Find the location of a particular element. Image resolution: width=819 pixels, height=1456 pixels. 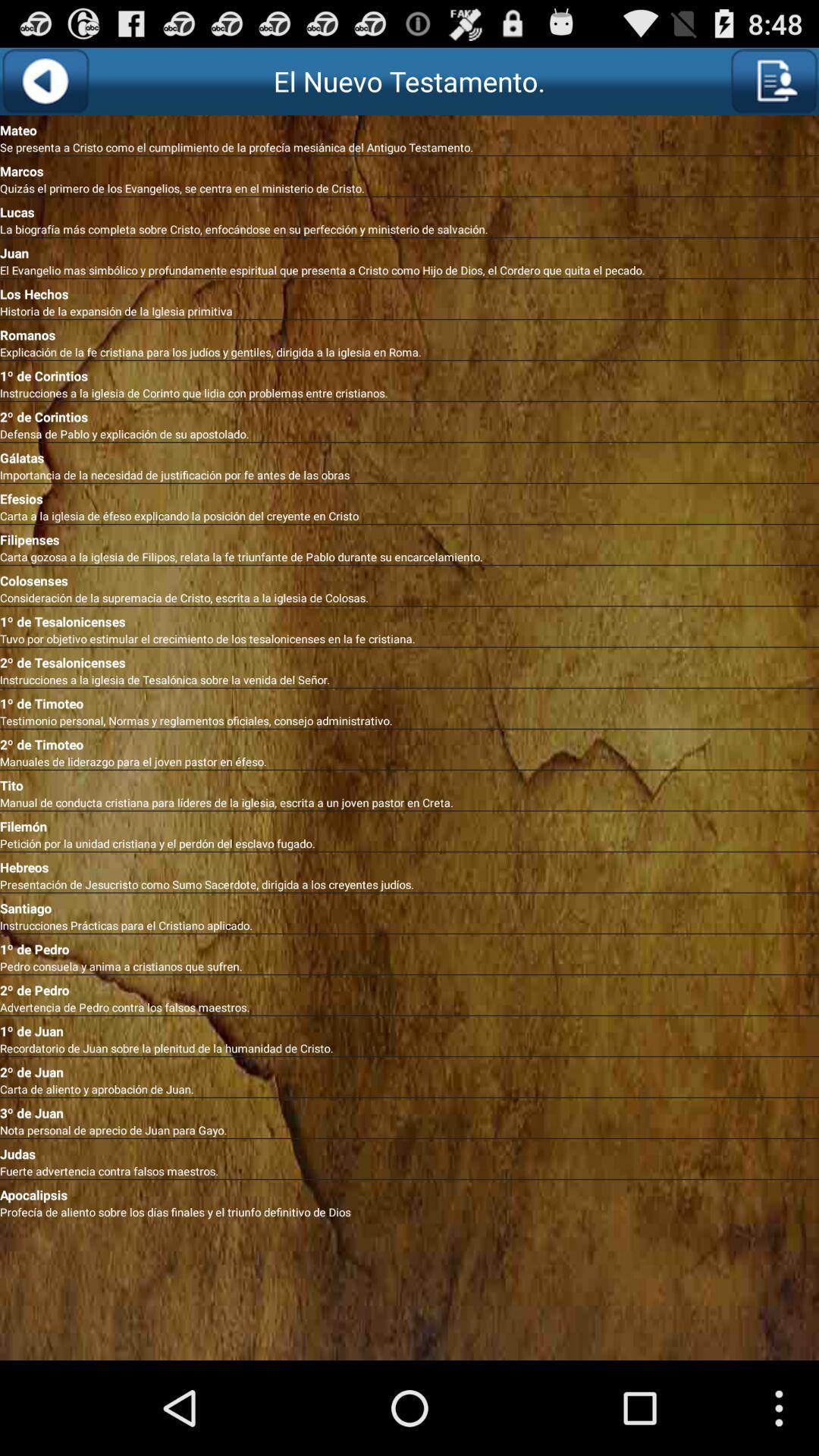

colosenses is located at coordinates (409, 577).